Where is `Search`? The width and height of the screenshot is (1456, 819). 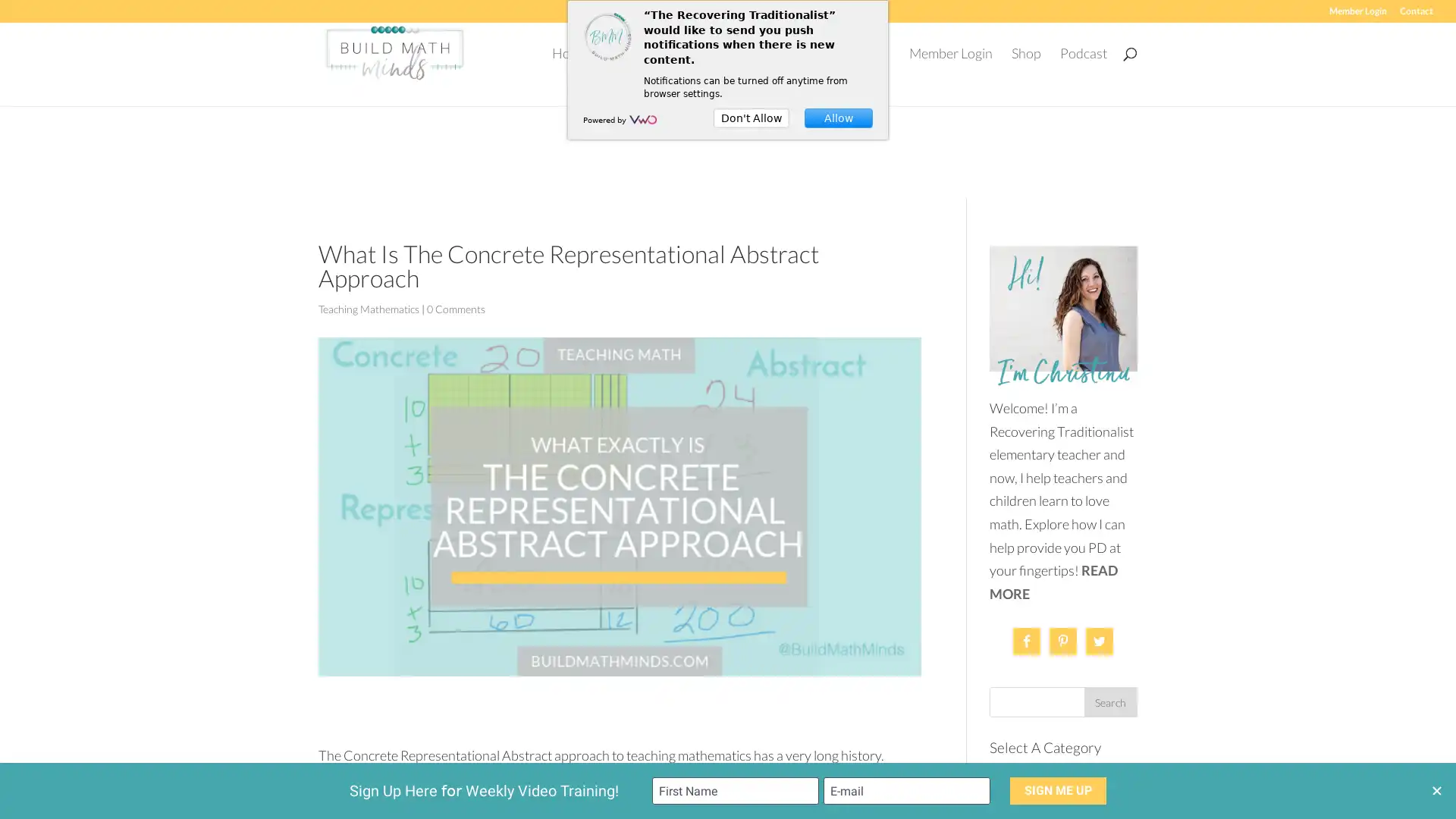
Search is located at coordinates (1110, 689).